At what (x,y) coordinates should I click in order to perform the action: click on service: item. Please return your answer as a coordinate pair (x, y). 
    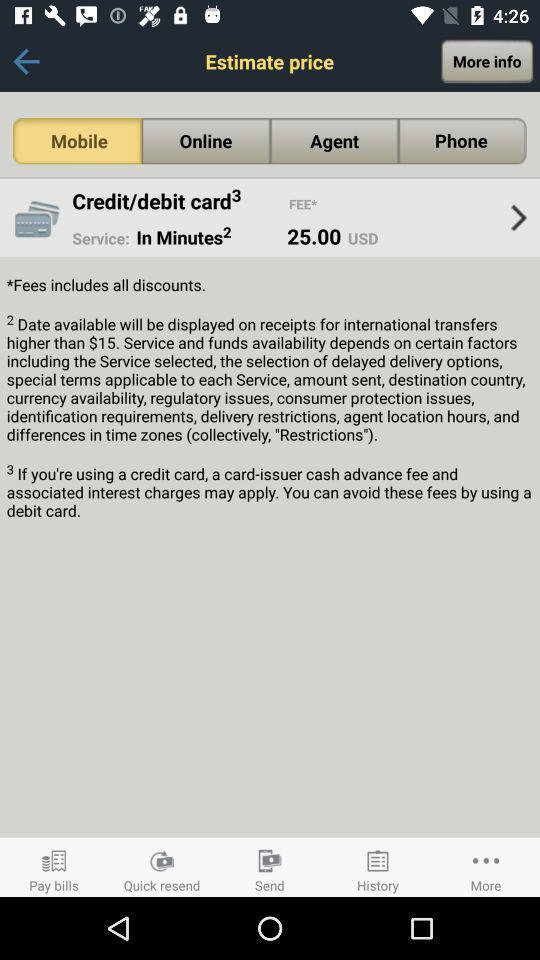
    Looking at the image, I should click on (100, 238).